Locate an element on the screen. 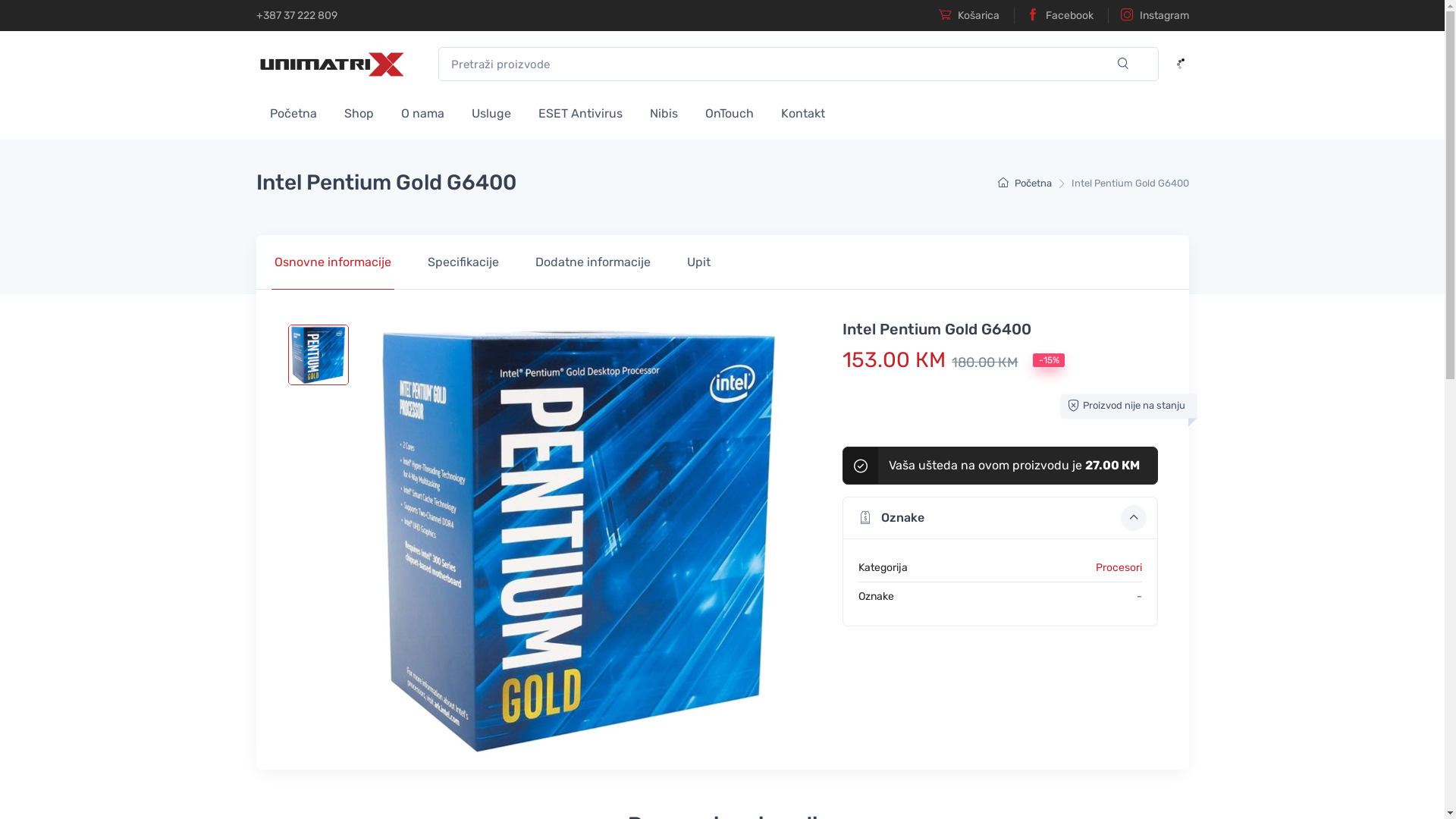 The height and width of the screenshot is (819, 1456). 'Specifikacije' is located at coordinates (409, 262).